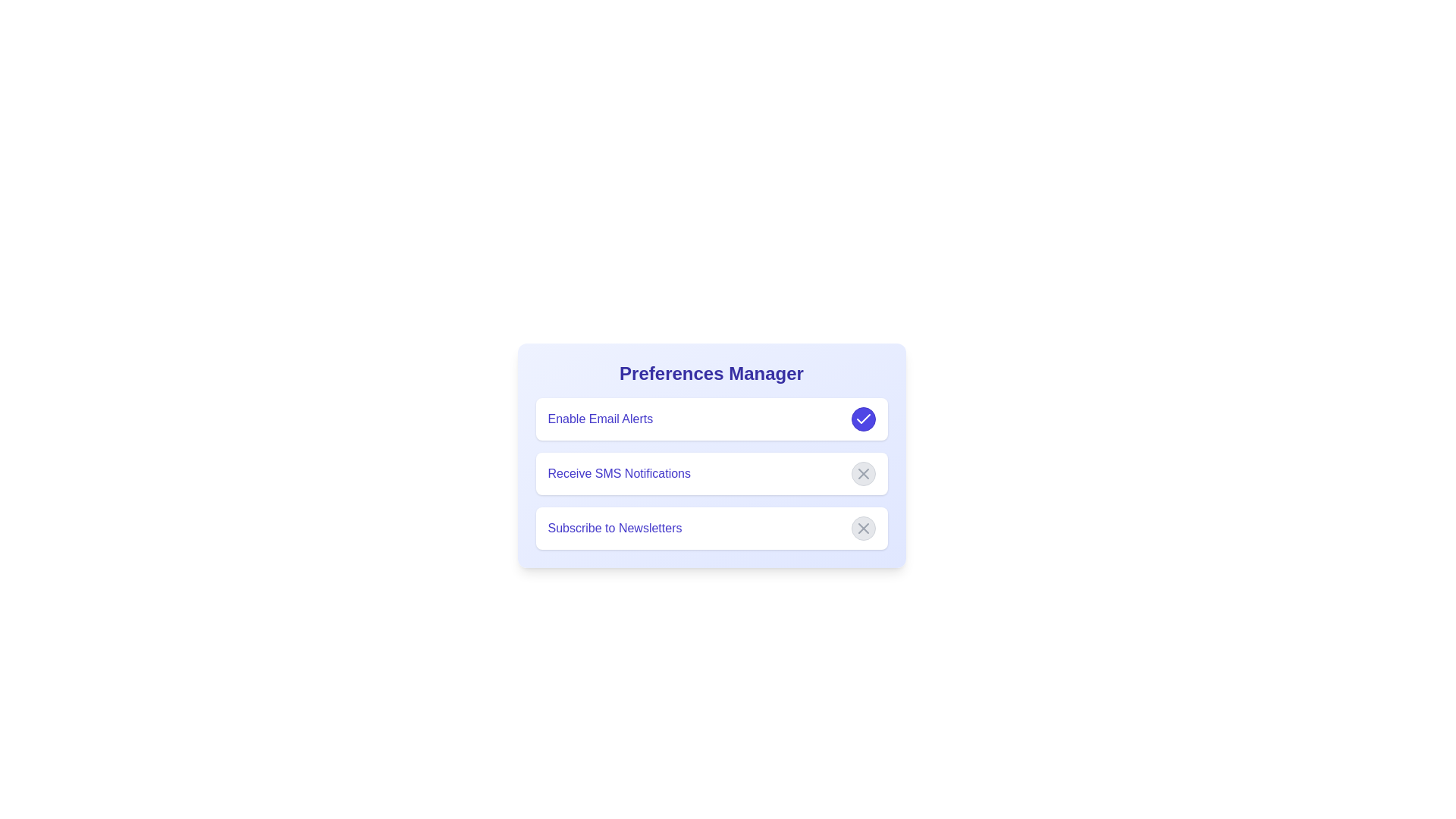  Describe the element at coordinates (863, 419) in the screenshot. I see `the Checkmark icon indicating that the 'Enable Email Alerts' option is selected in the Preferences Manager list` at that location.